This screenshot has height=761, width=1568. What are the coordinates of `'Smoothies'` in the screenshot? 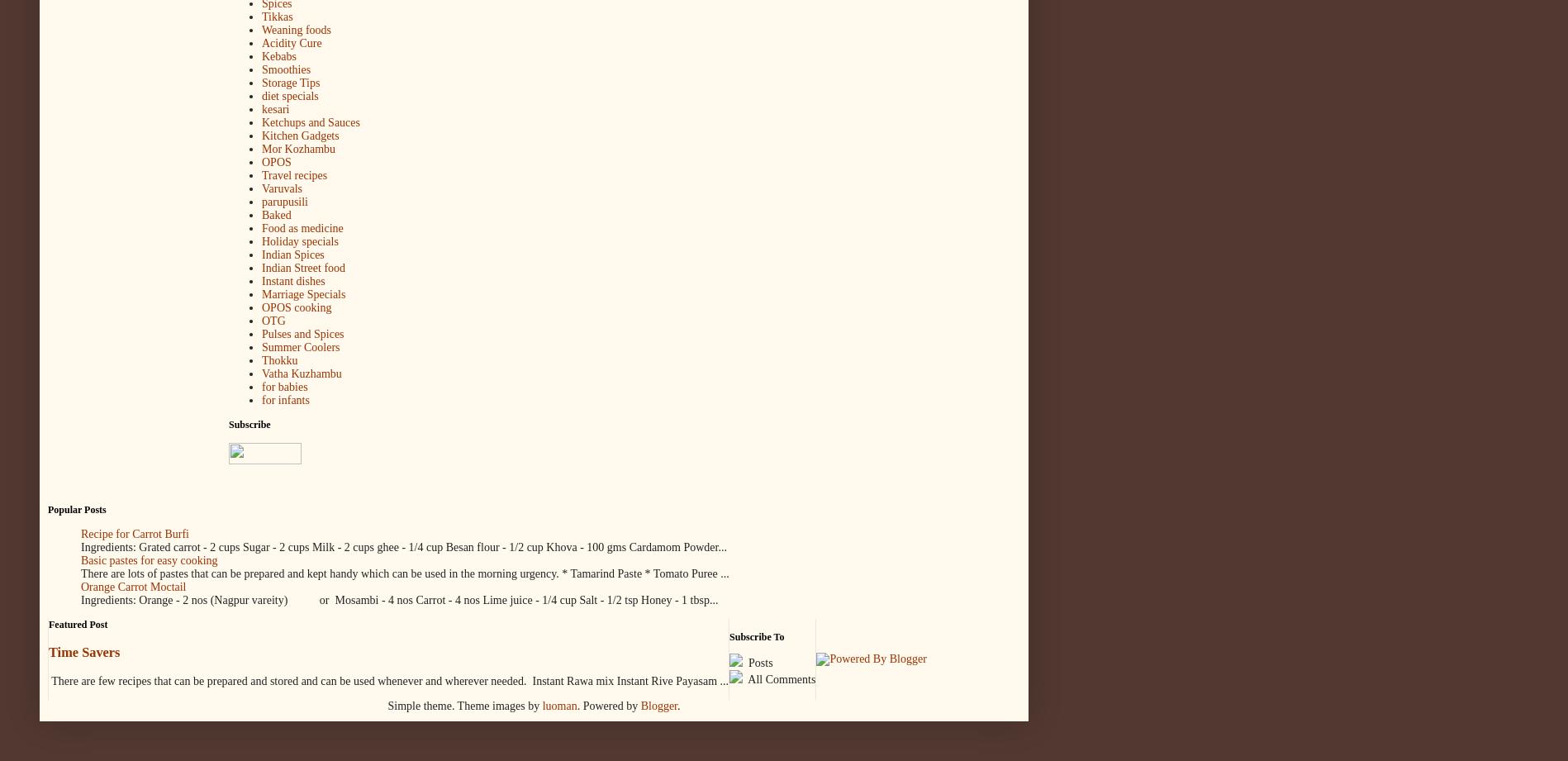 It's located at (286, 69).